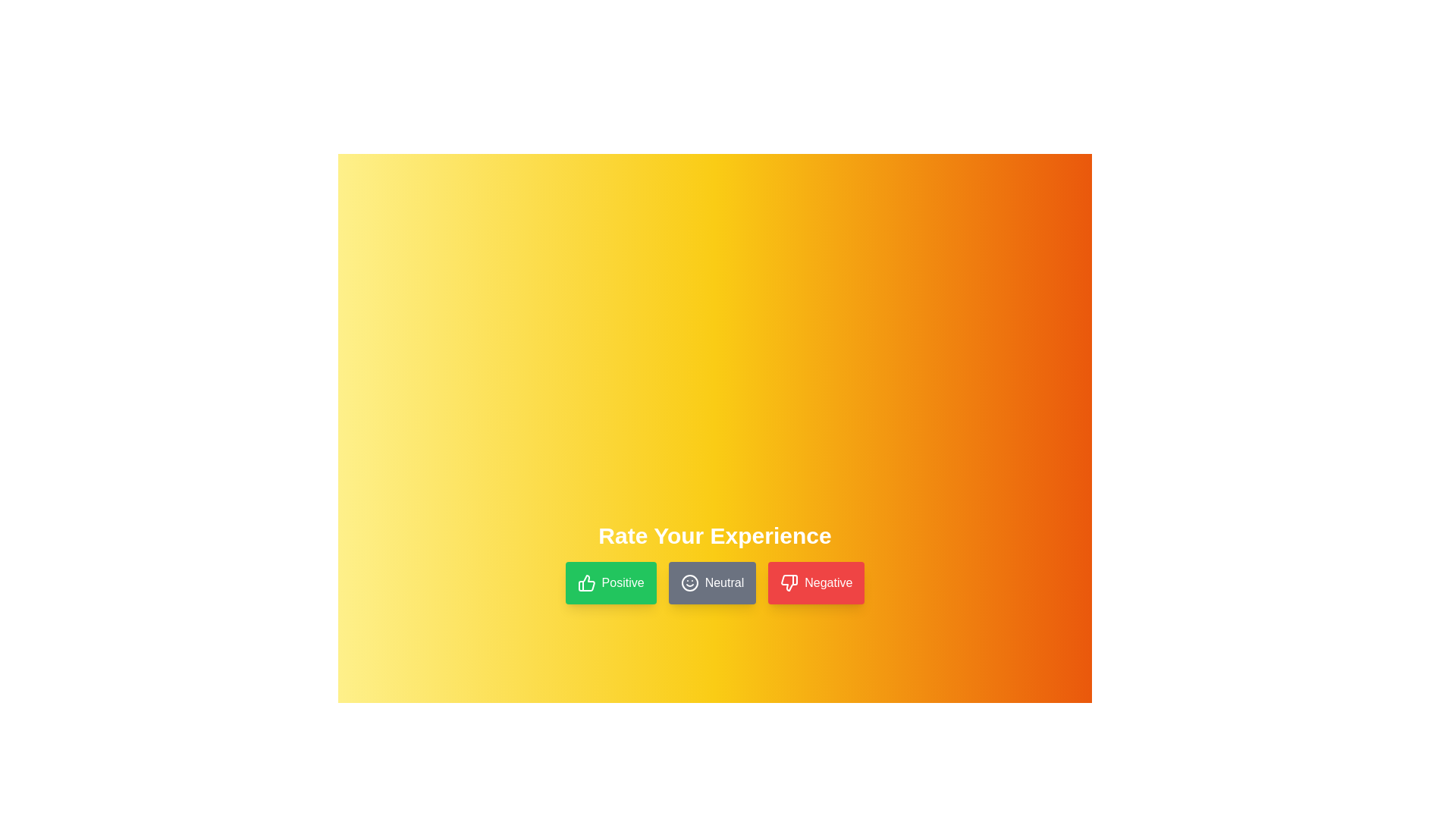 The width and height of the screenshot is (1456, 819). I want to click on the 'Neutral' feedback button, which is a gray rectangular button with a white smiley face icon and the text 'Neutral' to the right, located between the 'Positive' and 'Negative' buttons, so click(711, 582).